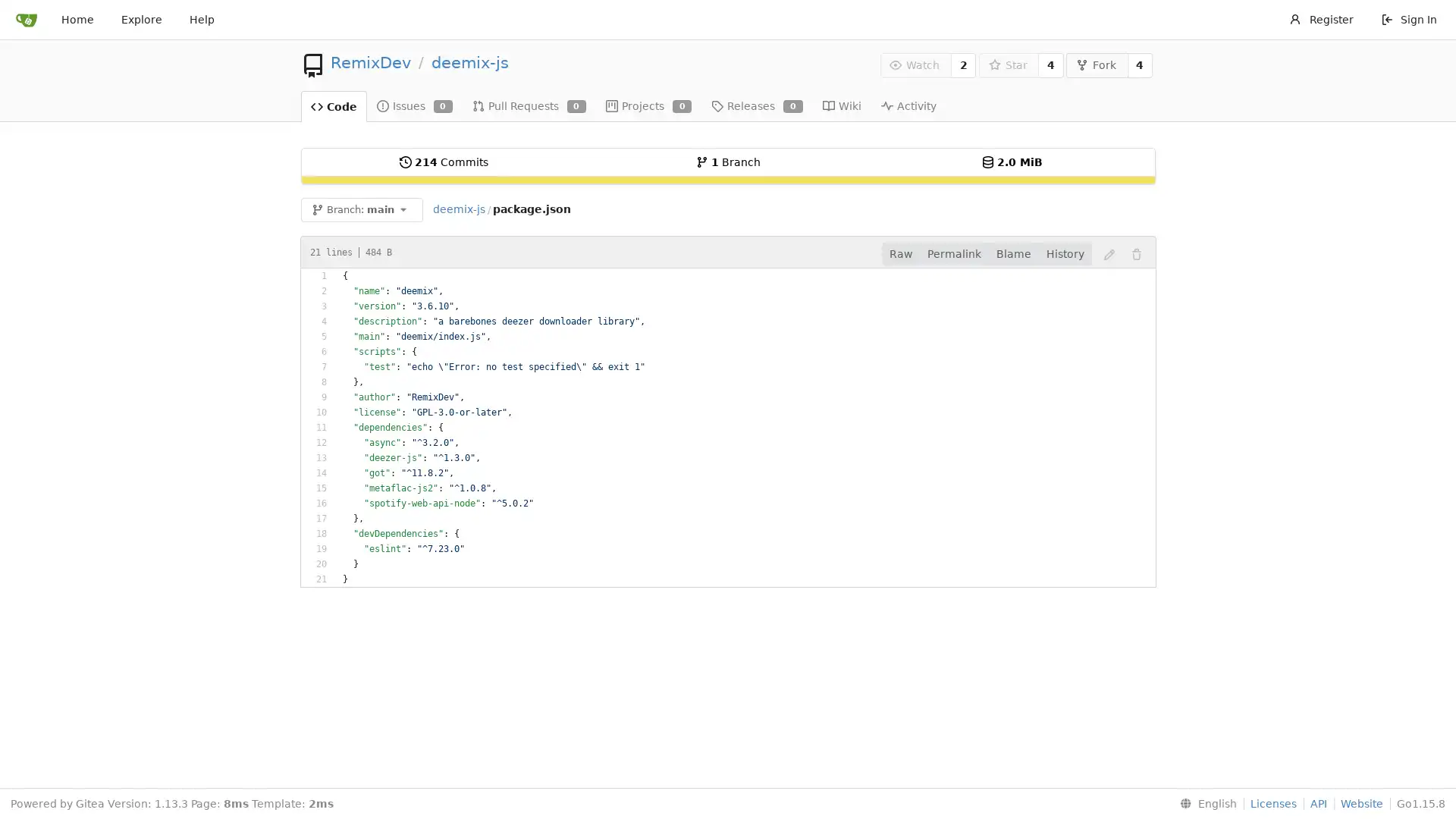 Image resolution: width=1456 pixels, height=819 pixels. Describe the element at coordinates (915, 64) in the screenshot. I see `Watch` at that location.